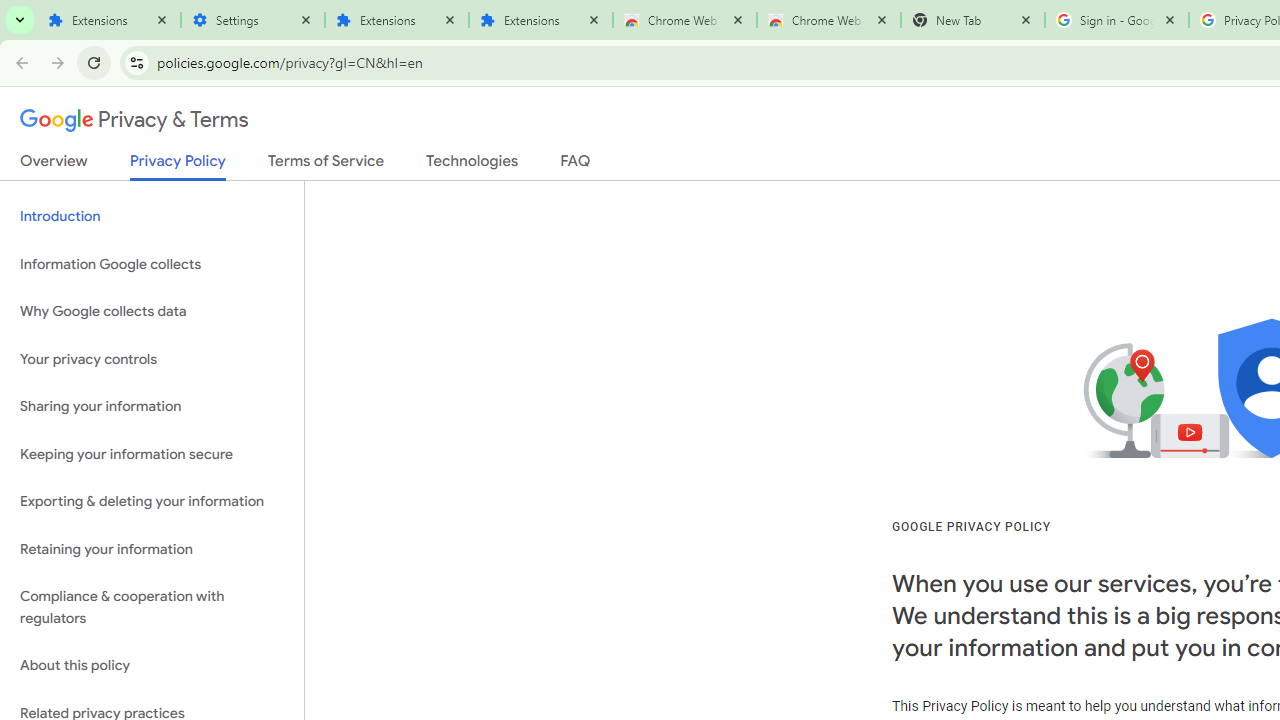 The width and height of the screenshot is (1280, 720). I want to click on 'Sign in - Google Accounts', so click(1115, 20).